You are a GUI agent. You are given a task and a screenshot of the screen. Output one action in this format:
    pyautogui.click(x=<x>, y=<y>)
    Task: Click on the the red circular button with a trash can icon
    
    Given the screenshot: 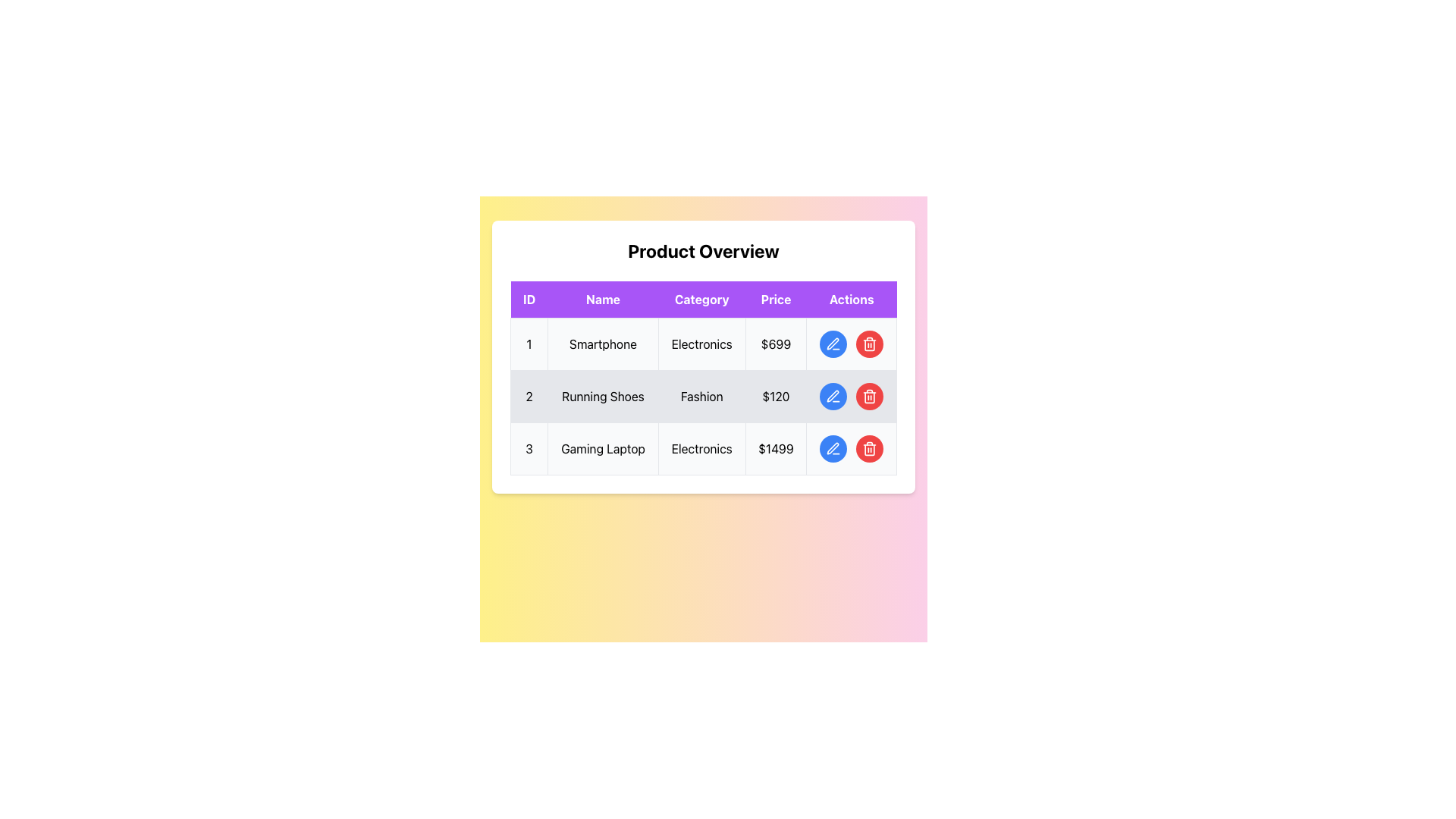 What is the action you would take?
    pyautogui.click(x=852, y=447)
    